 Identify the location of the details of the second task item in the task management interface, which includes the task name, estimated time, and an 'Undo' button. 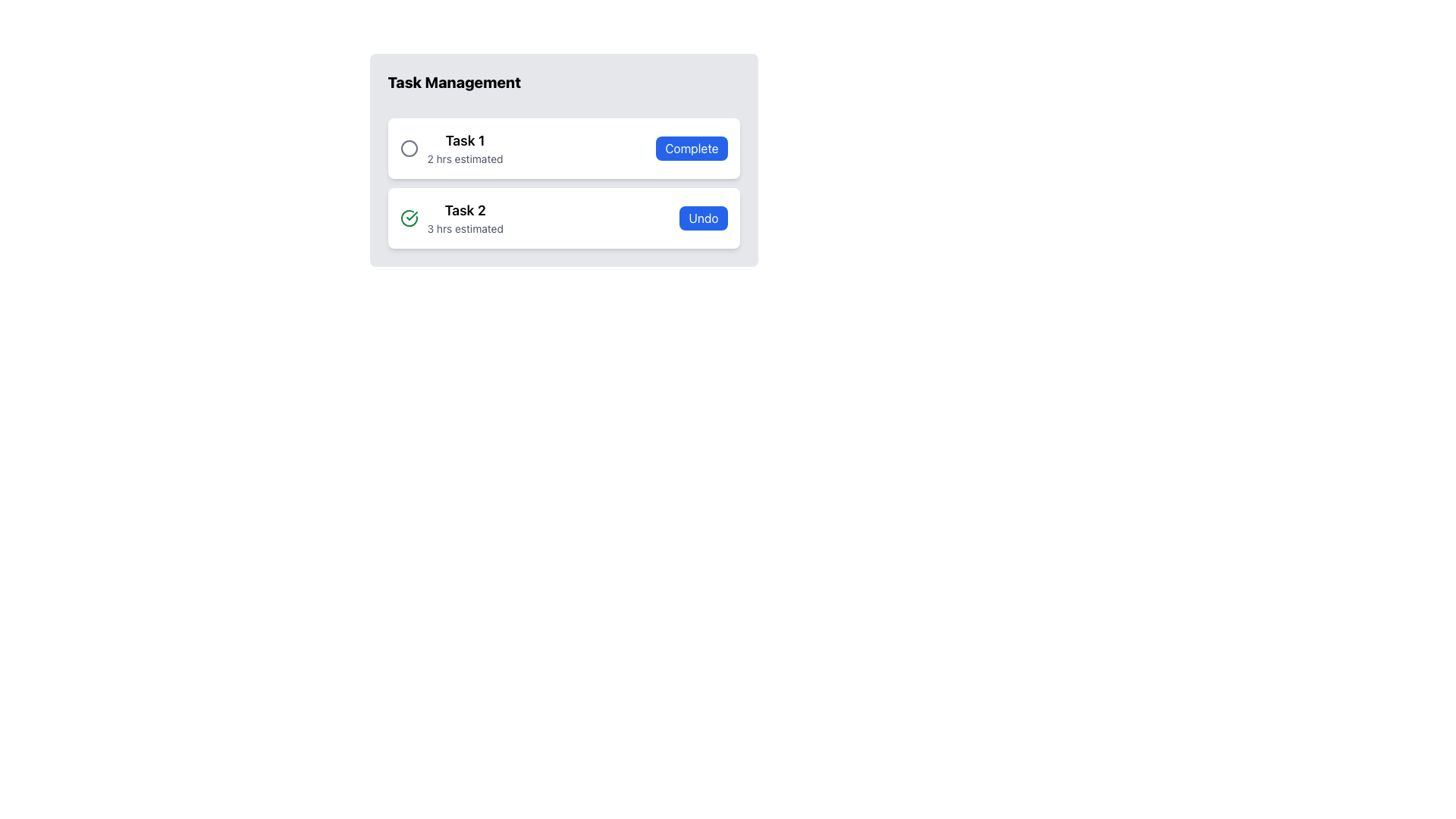
(563, 218).